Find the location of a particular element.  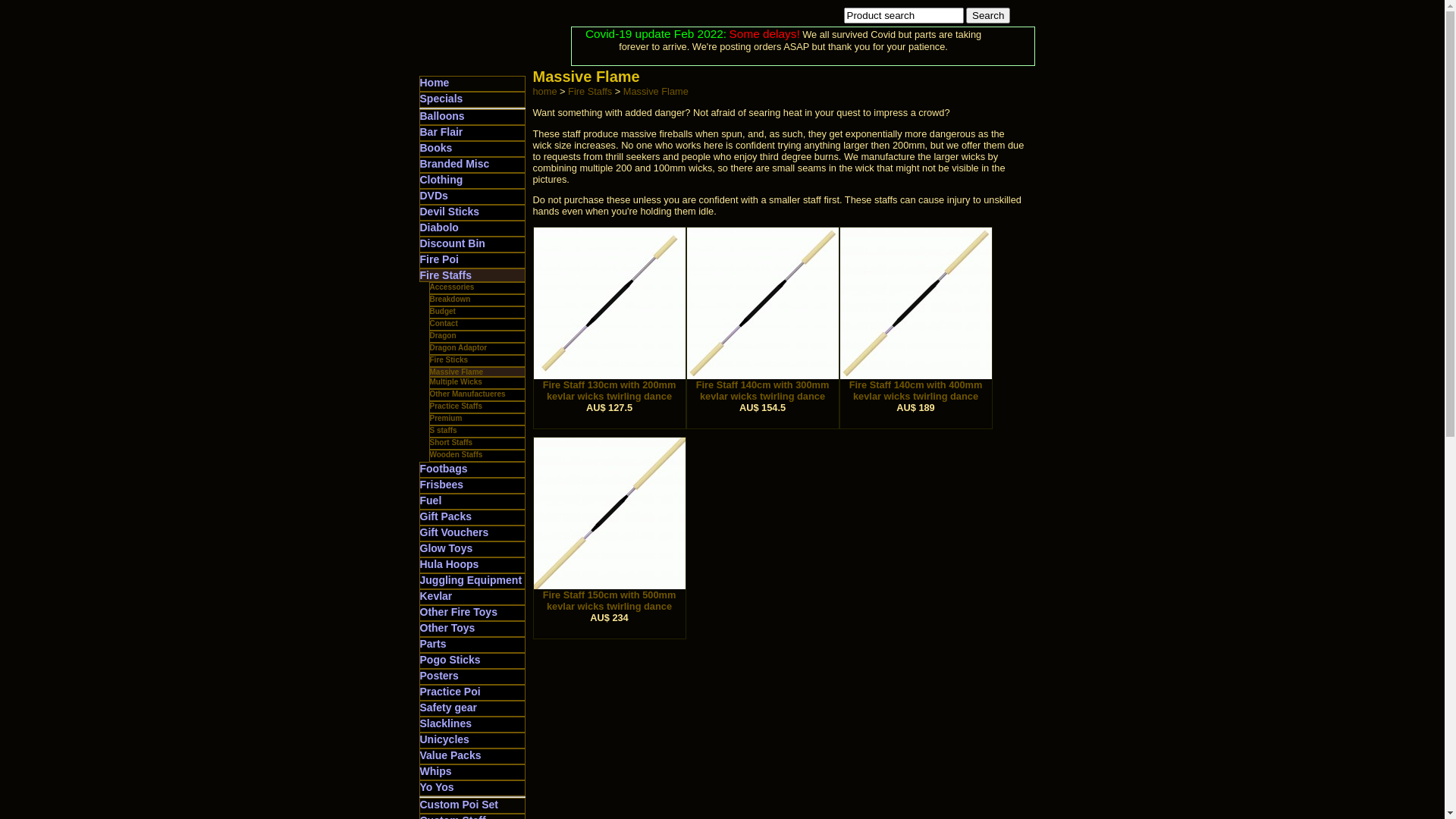

'DVDs' is located at coordinates (433, 195).